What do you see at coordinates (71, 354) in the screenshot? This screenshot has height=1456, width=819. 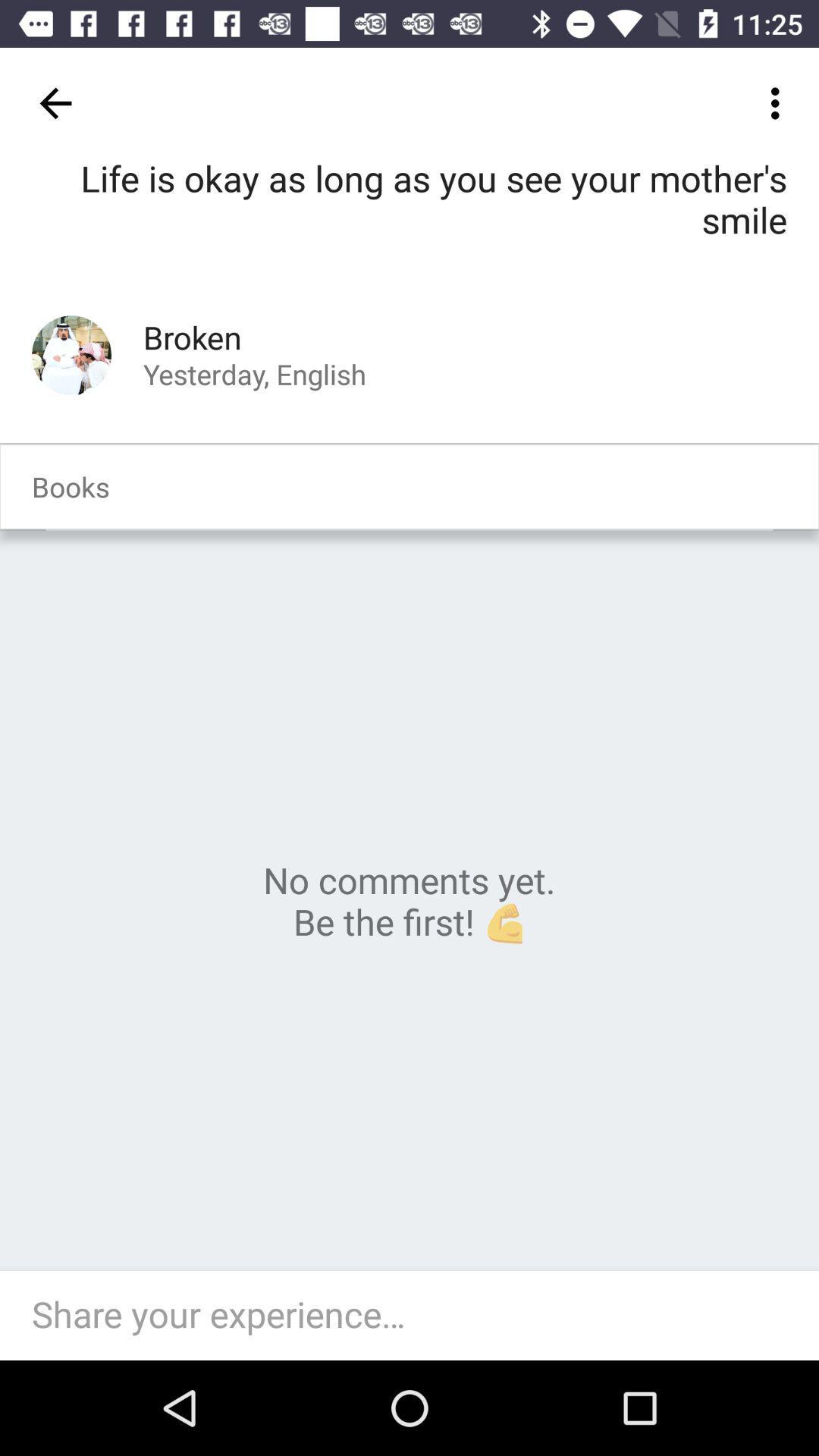 I see `item to the left of broken icon` at bounding box center [71, 354].